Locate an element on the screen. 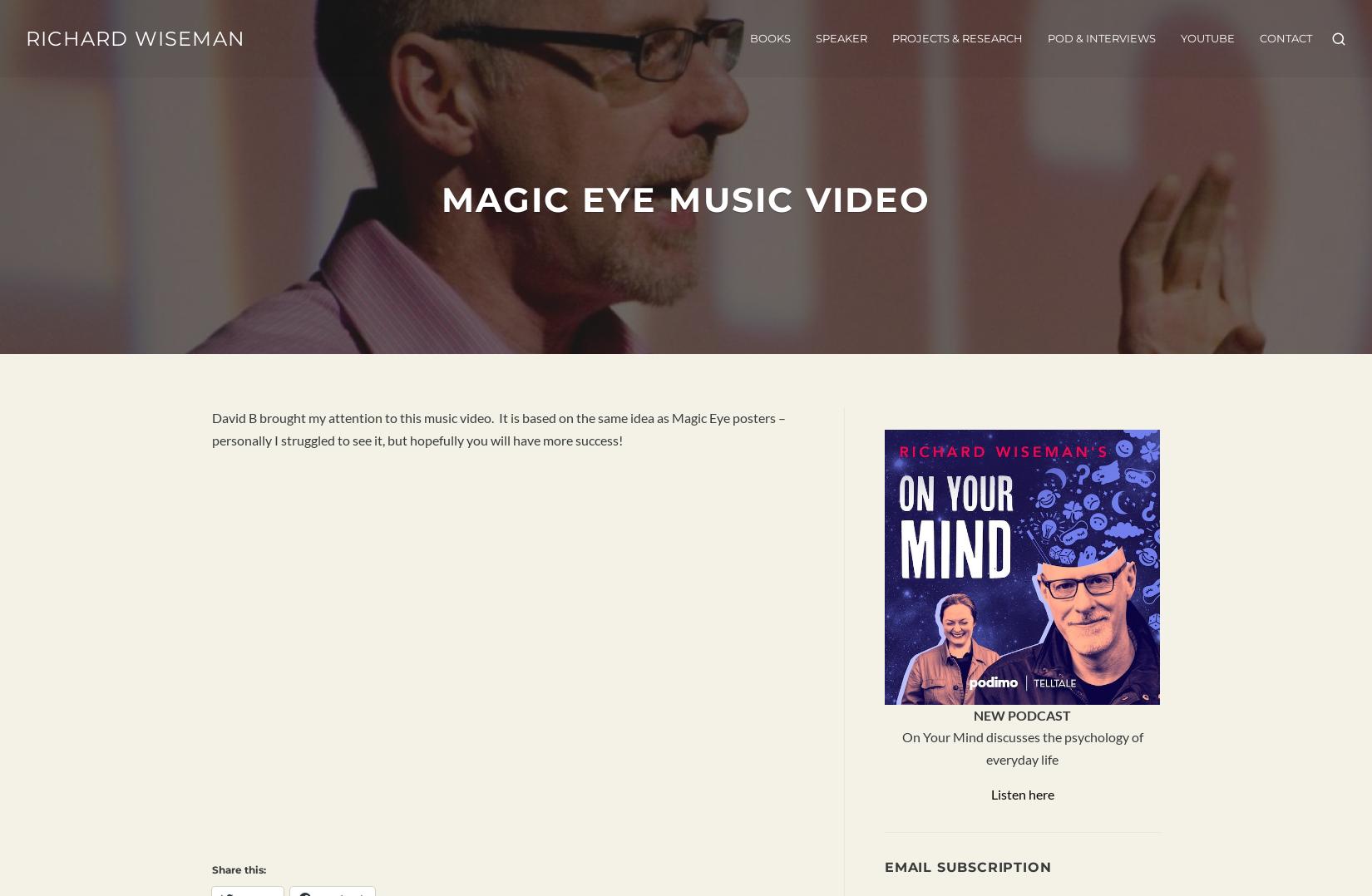 The height and width of the screenshot is (896, 1372). 'SPEAKER' is located at coordinates (840, 39).